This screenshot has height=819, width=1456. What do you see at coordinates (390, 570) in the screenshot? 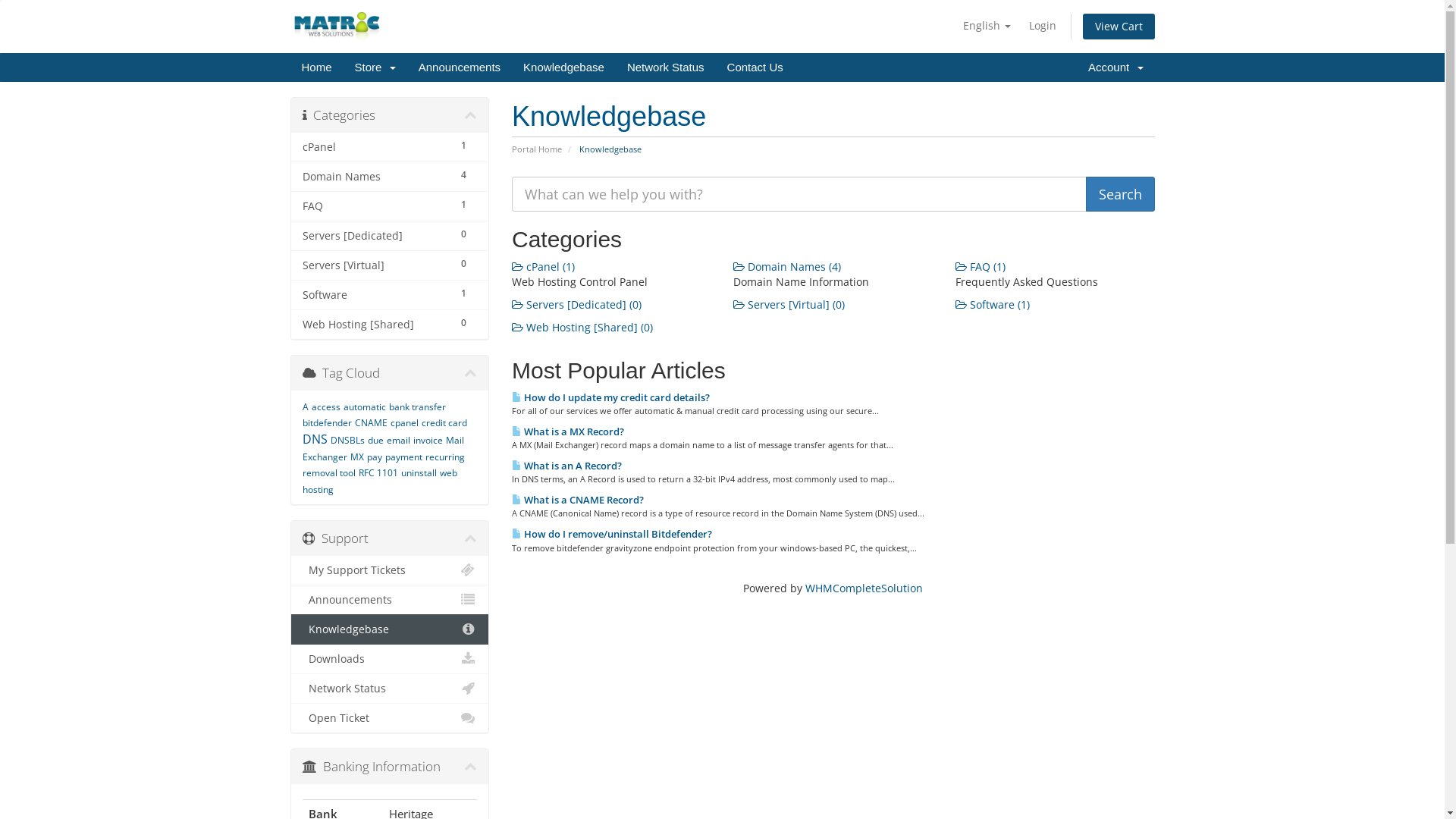
I see `'  My Support Tickets'` at bounding box center [390, 570].